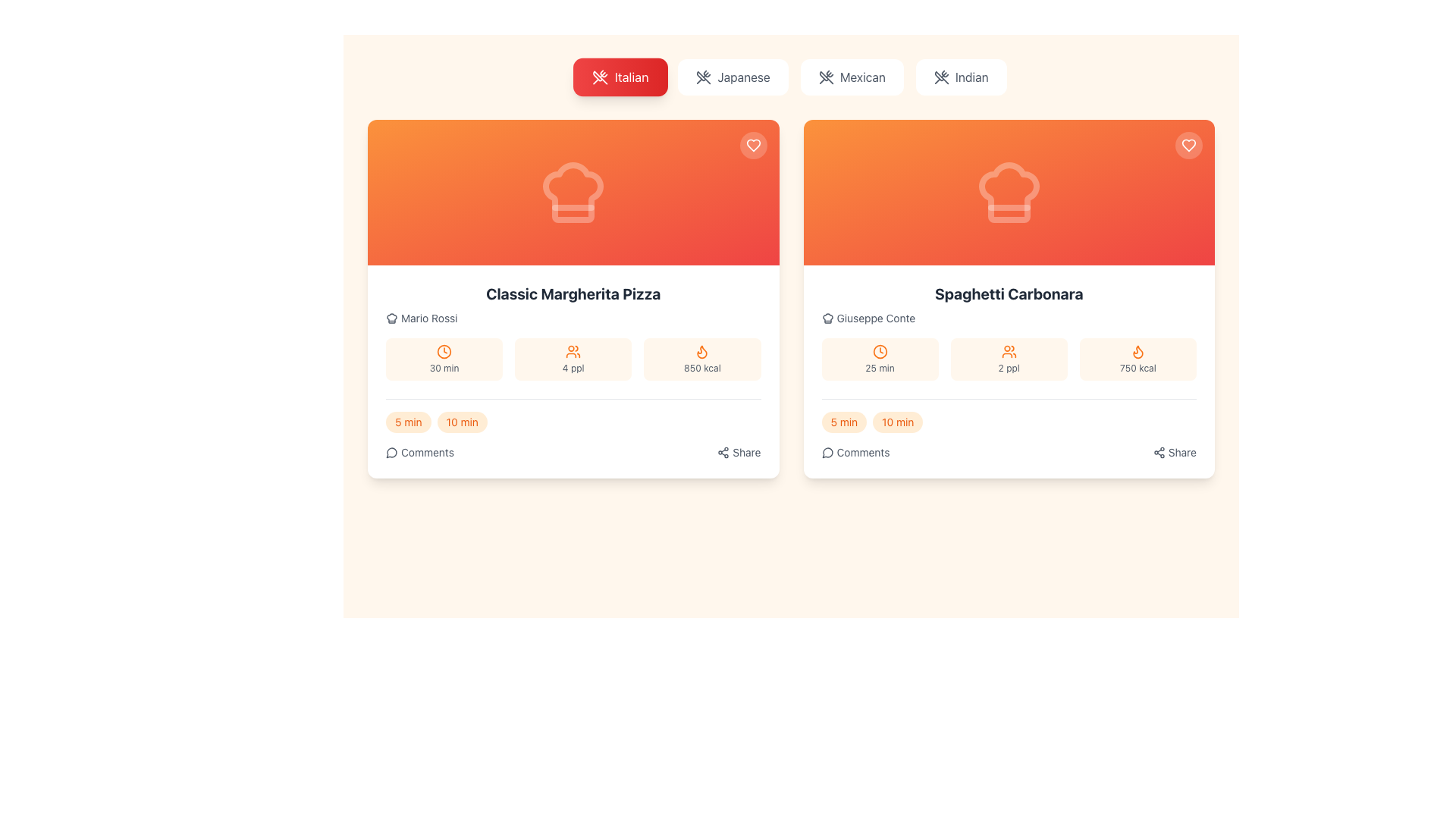 This screenshot has width=1456, height=819. What do you see at coordinates (827, 318) in the screenshot?
I see `the chef icon indicating the author of the recipe 'Giuseppe Conte' located in the user attribution section under the 'Spaghetti Carbonara' card` at bounding box center [827, 318].